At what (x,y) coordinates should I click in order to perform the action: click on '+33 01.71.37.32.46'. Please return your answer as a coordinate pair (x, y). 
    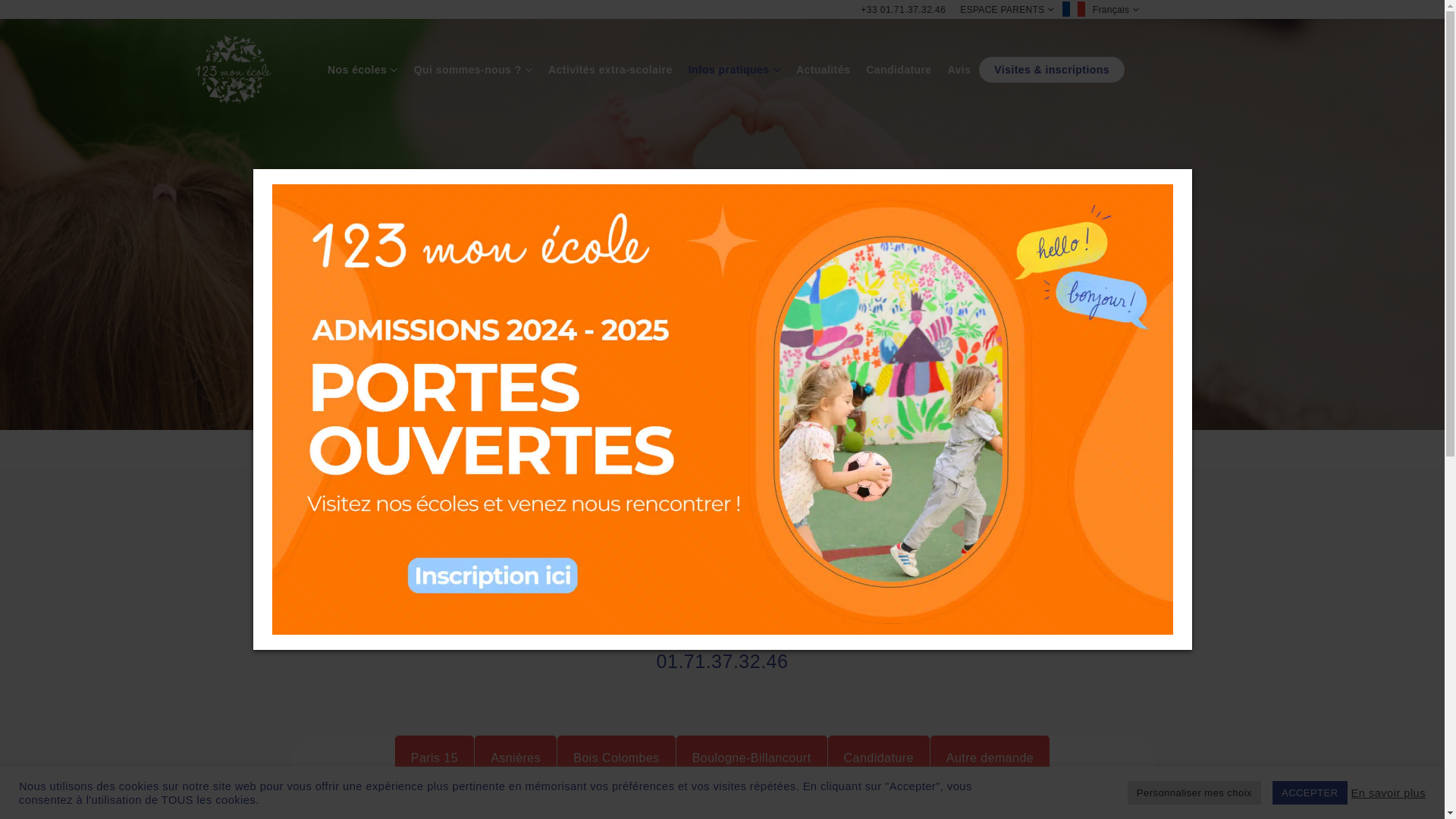
    Looking at the image, I should click on (902, 9).